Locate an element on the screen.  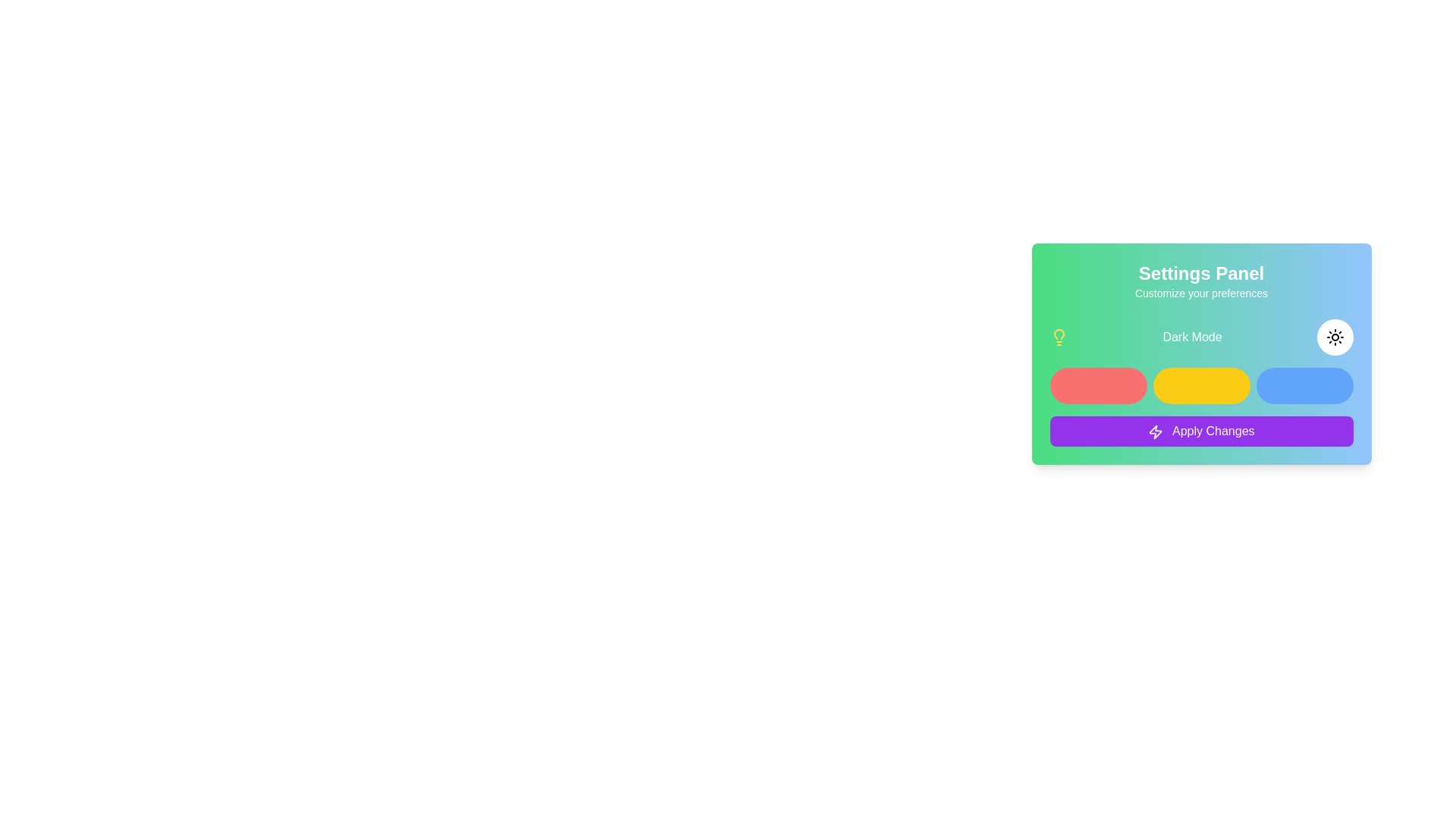
the second button in the settings panel, located between a red button on the left and a blue button on the right is located at coordinates (1200, 385).